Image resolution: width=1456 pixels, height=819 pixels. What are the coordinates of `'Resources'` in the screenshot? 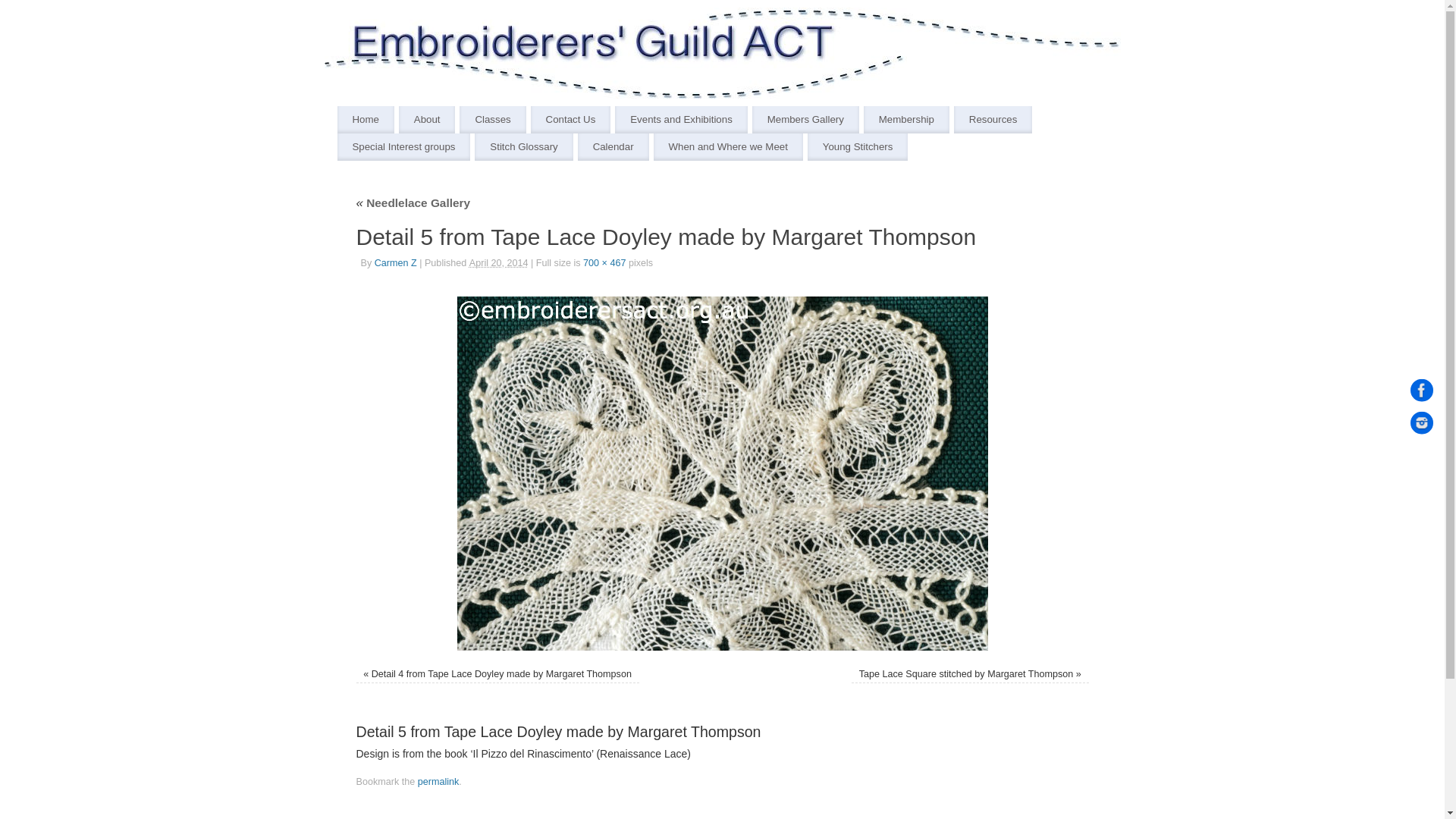 It's located at (993, 119).